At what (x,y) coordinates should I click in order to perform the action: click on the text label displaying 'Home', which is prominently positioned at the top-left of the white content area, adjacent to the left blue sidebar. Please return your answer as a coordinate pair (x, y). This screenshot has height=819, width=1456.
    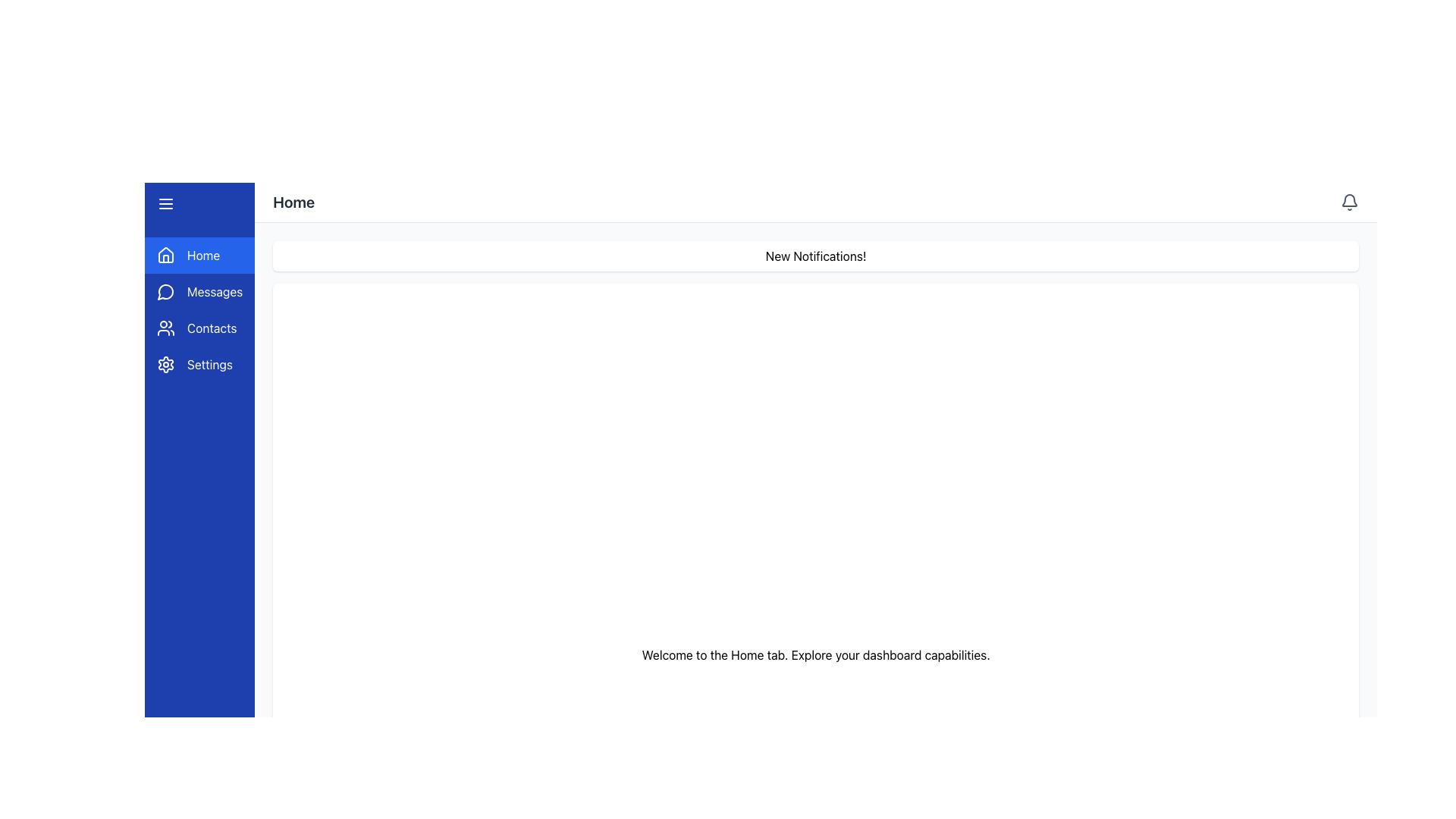
    Looking at the image, I should click on (293, 201).